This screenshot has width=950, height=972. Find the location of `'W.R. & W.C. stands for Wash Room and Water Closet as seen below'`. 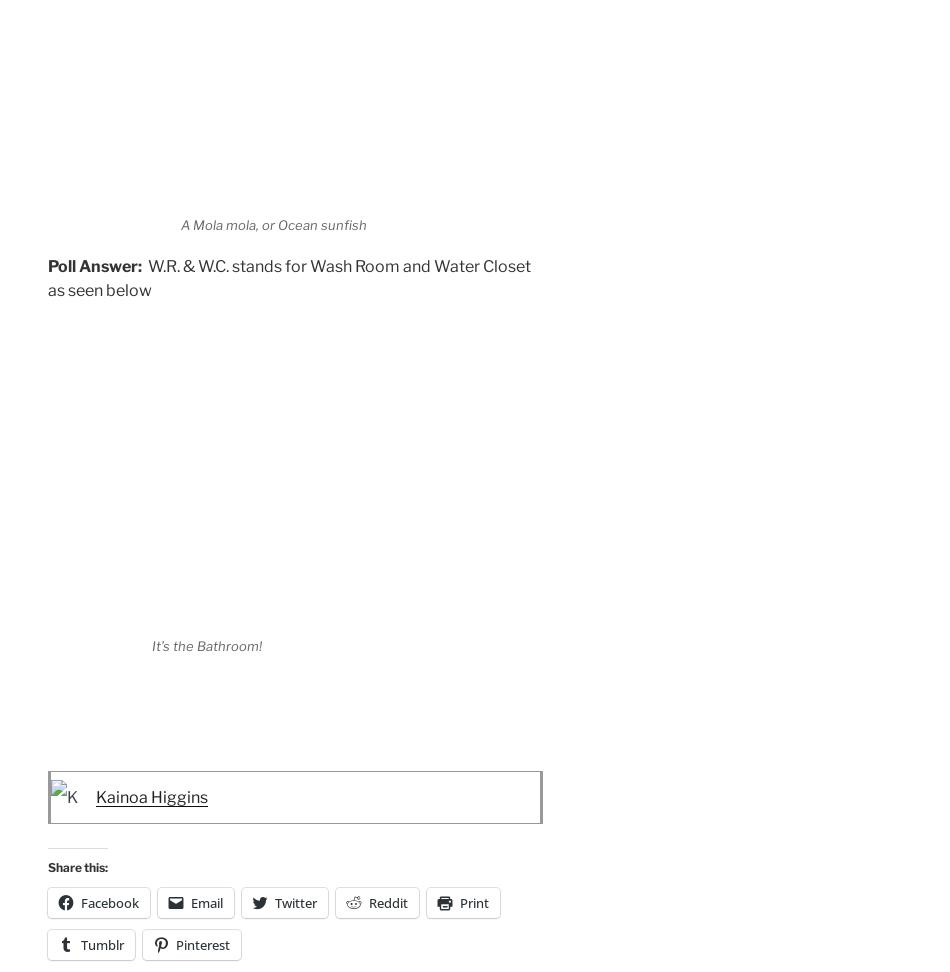

'W.R. & W.C. stands for Wash Room and Water Closet as seen below' is located at coordinates (288, 277).